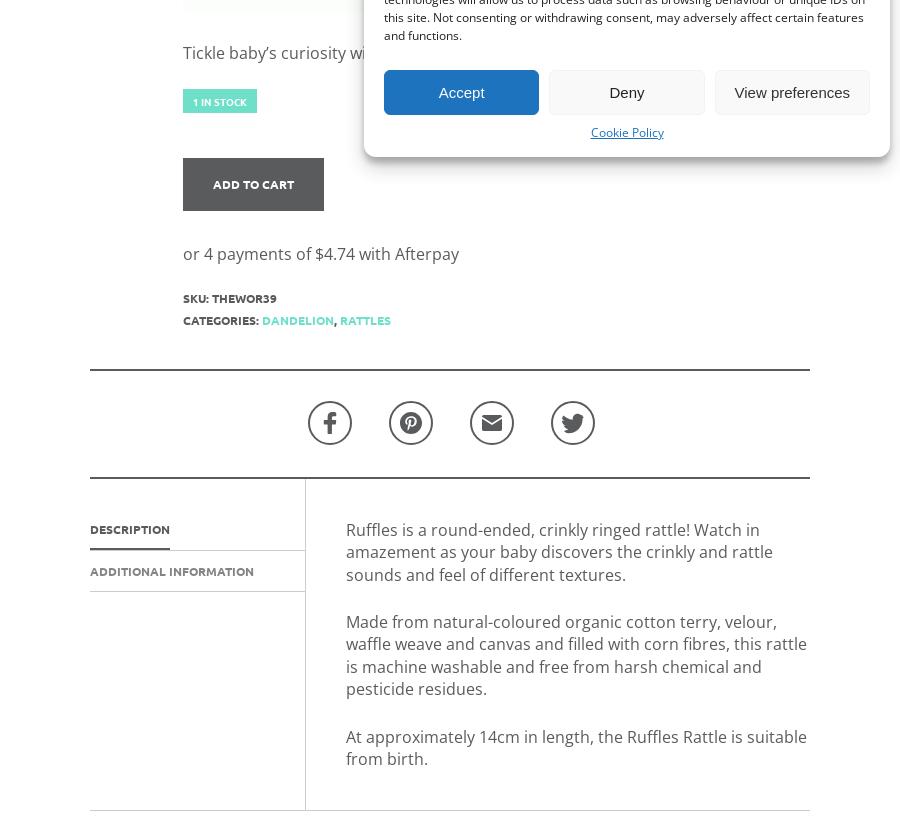 This screenshot has width=900, height=833. What do you see at coordinates (89, 569) in the screenshot?
I see `'Additional information'` at bounding box center [89, 569].